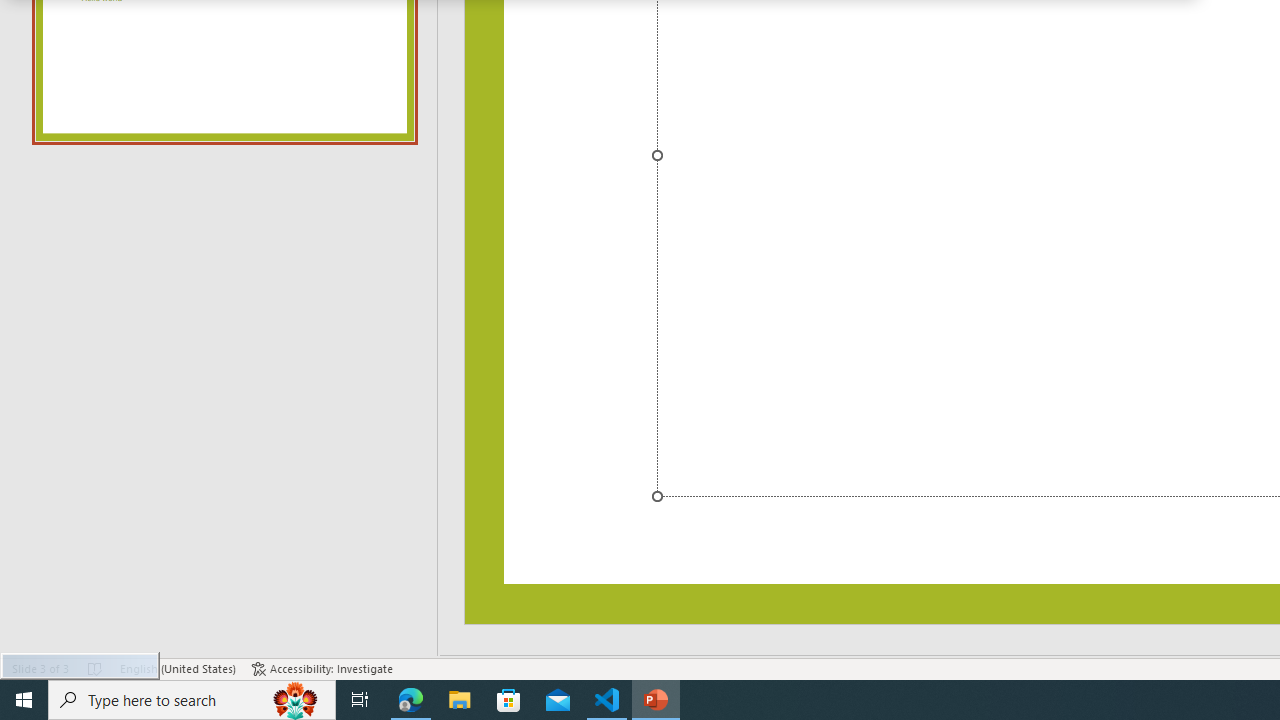 This screenshot has width=1280, height=720. What do you see at coordinates (294, 698) in the screenshot?
I see `'Search highlights icon opens search home window'` at bounding box center [294, 698].